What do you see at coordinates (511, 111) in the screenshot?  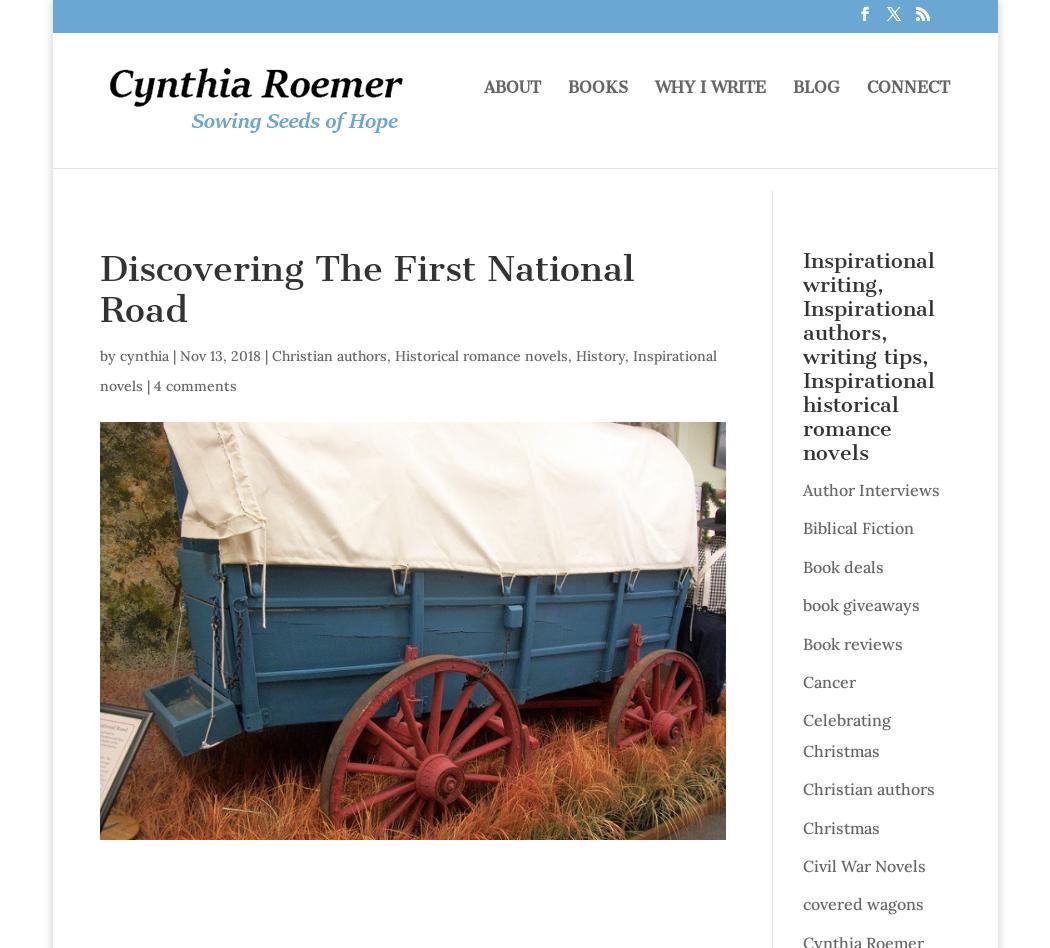 I see `'ABOUT'` at bounding box center [511, 111].